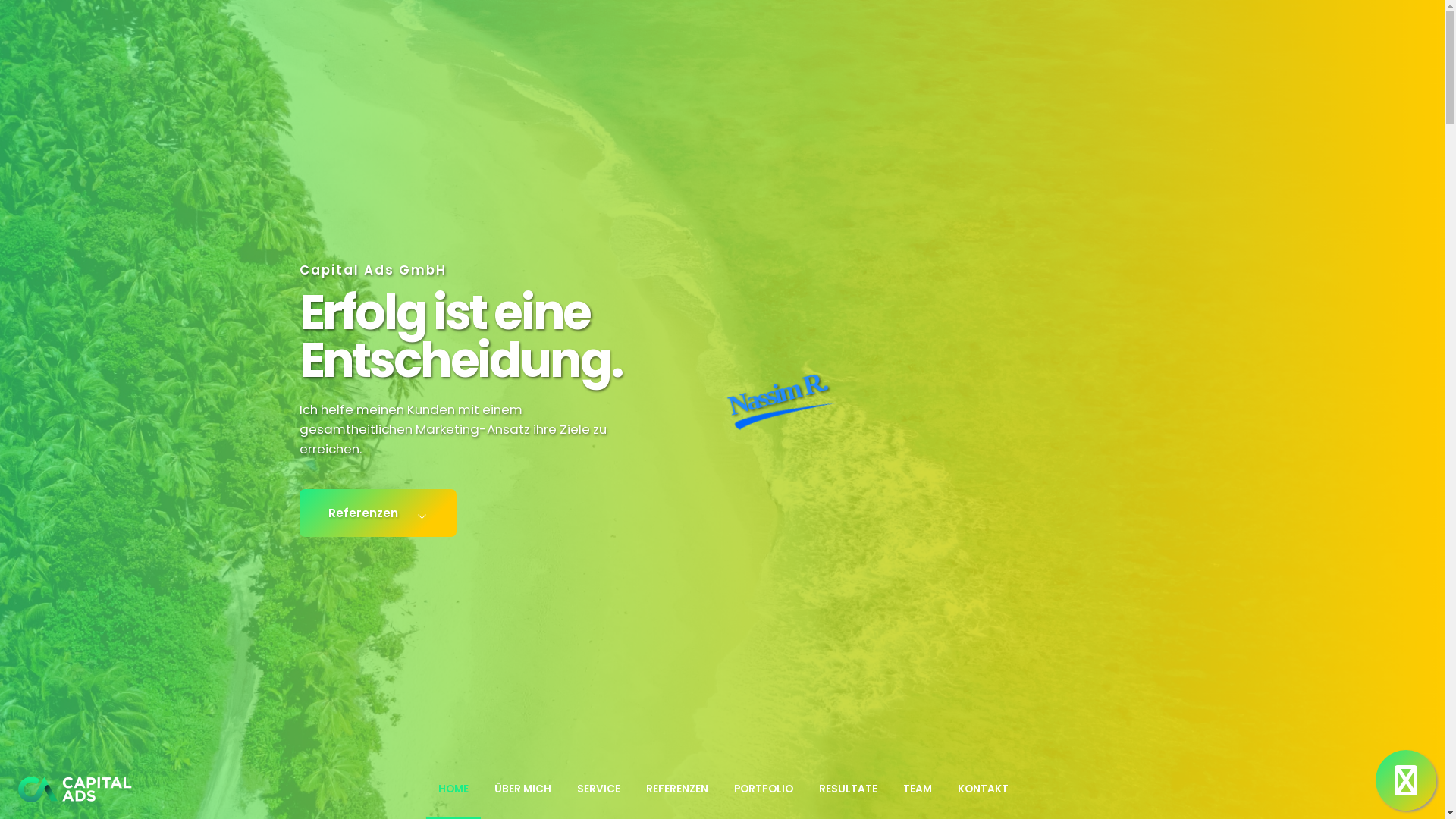  Describe the element at coordinates (298, 512) in the screenshot. I see `'Referenzen'` at that location.